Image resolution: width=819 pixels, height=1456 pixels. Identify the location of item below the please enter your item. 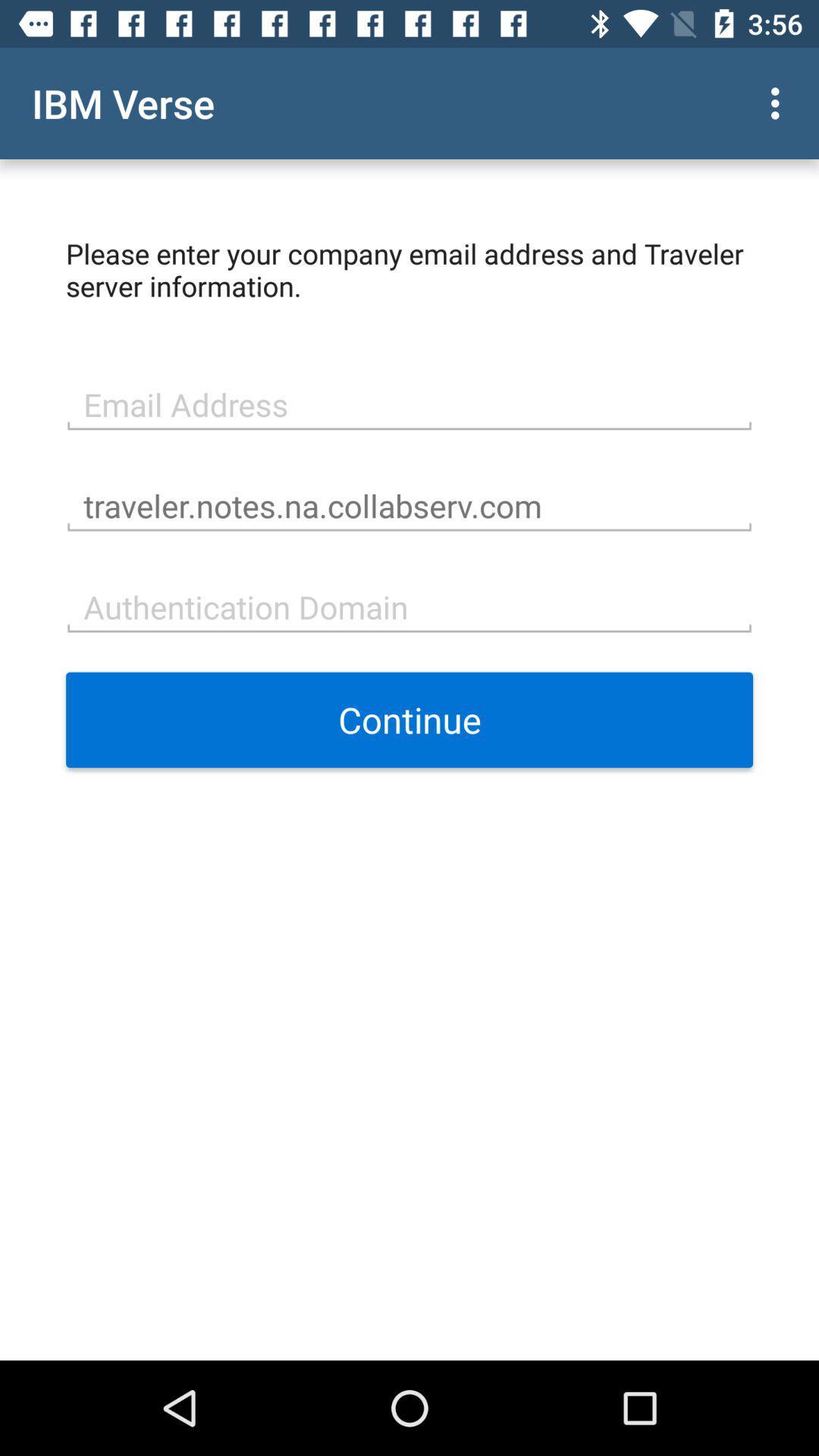
(409, 403).